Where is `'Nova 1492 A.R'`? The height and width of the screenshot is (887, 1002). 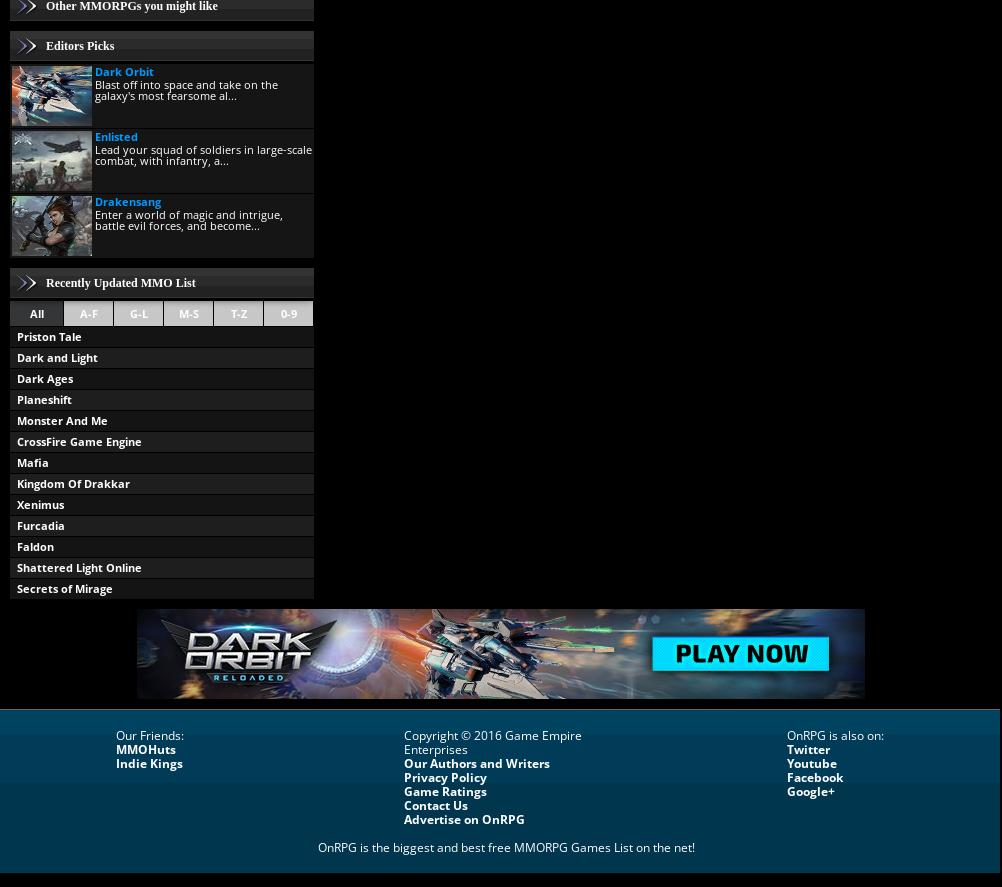
'Nova 1492 A.R' is located at coordinates (55, 649).